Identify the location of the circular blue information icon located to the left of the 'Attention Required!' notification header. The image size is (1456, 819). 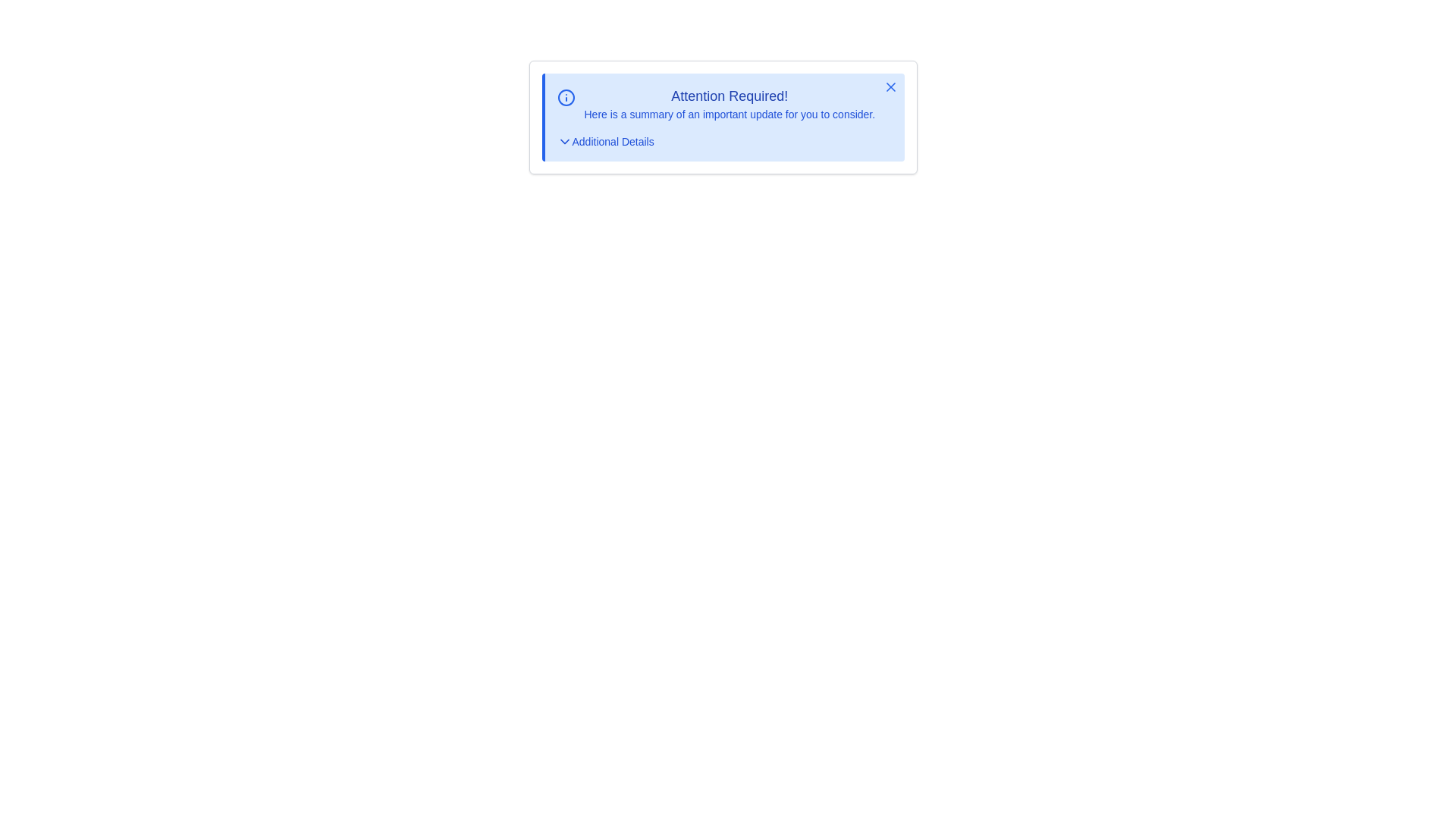
(565, 97).